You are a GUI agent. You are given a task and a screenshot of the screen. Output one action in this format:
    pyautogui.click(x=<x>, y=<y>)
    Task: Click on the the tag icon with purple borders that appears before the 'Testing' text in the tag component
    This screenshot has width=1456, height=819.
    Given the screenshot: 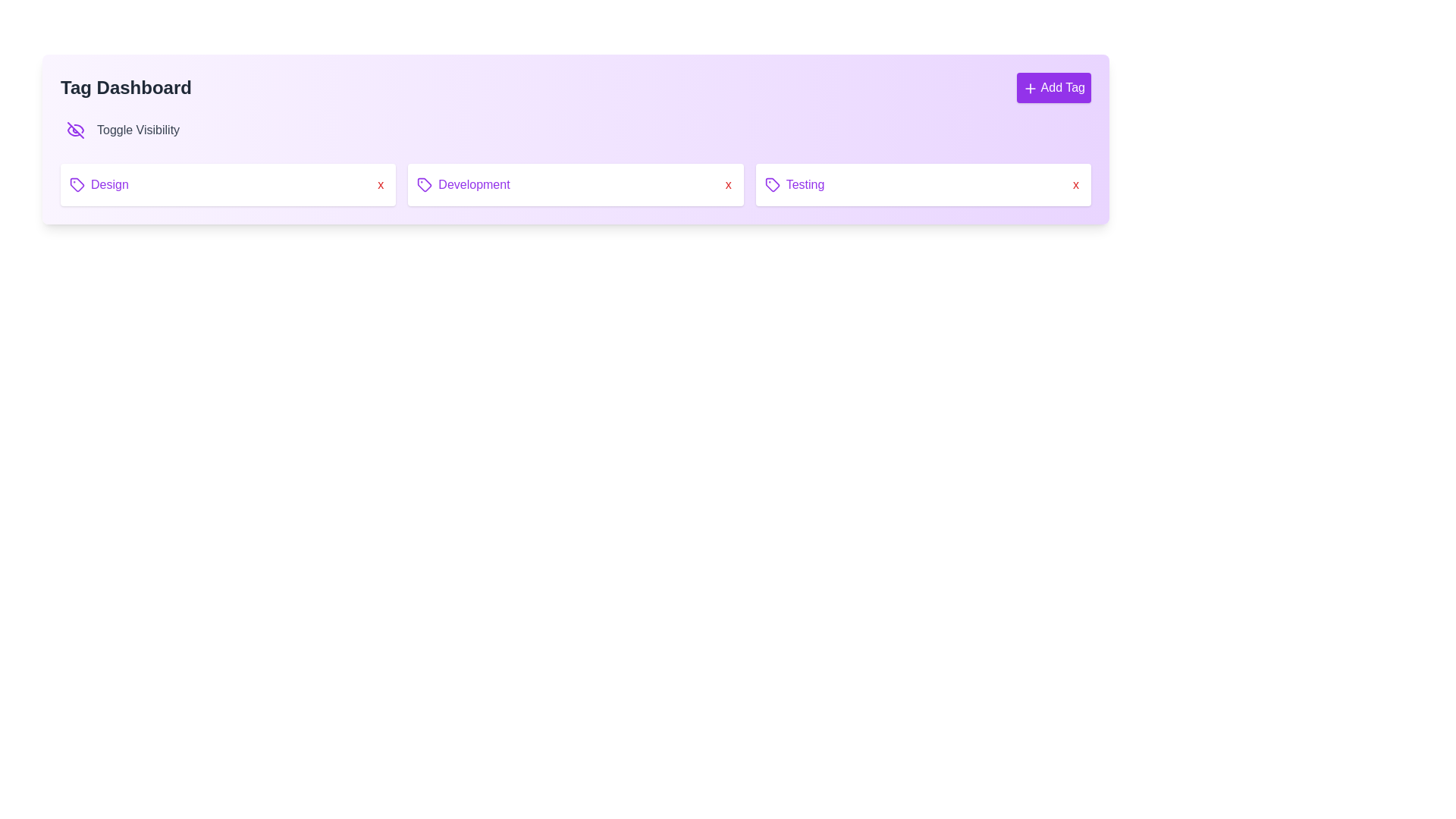 What is the action you would take?
    pyautogui.click(x=772, y=184)
    